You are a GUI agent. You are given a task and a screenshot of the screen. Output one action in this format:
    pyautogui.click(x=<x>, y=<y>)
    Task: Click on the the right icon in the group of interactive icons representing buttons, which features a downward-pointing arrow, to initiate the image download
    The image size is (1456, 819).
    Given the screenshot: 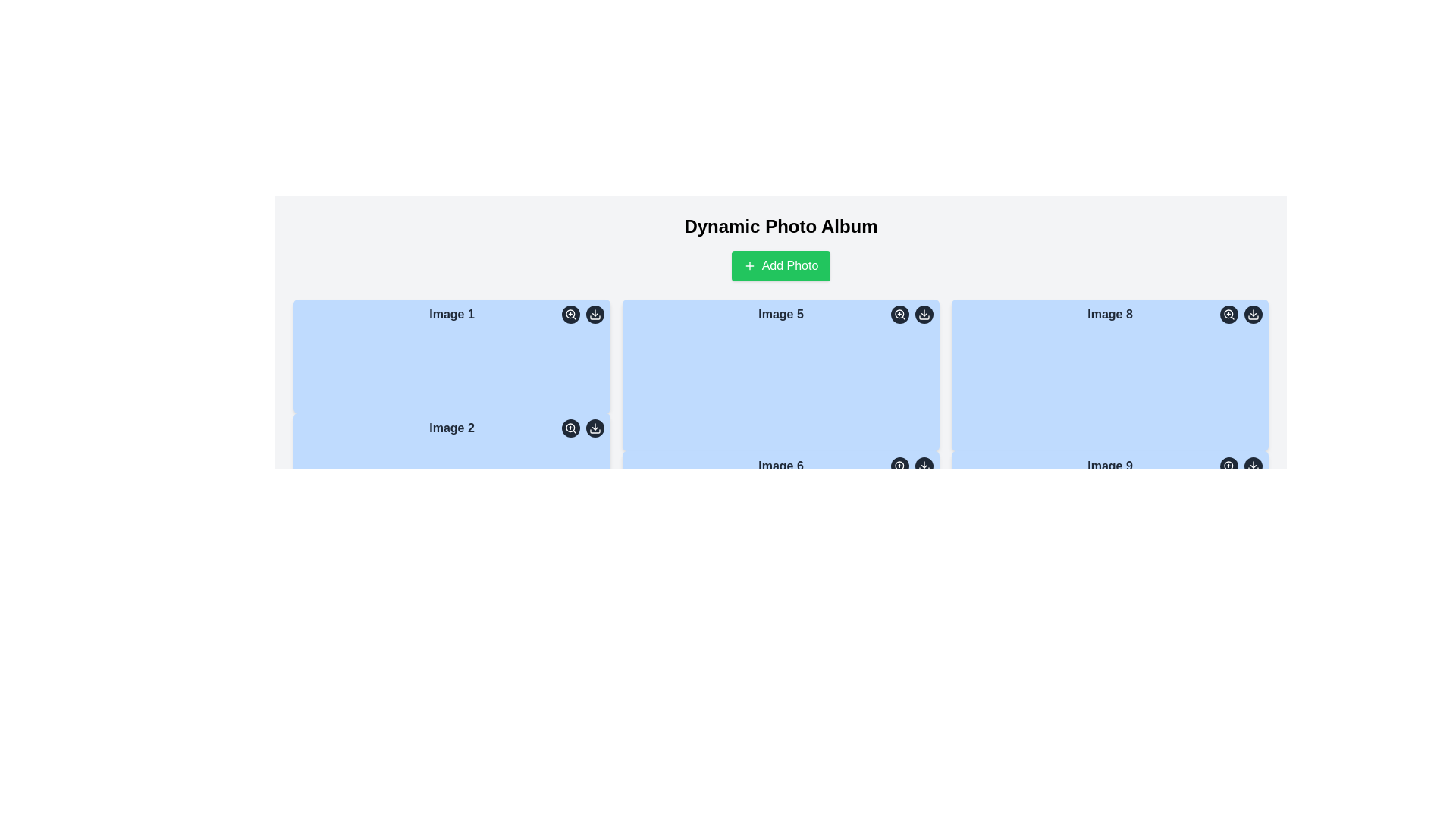 What is the action you would take?
    pyautogui.click(x=582, y=428)
    